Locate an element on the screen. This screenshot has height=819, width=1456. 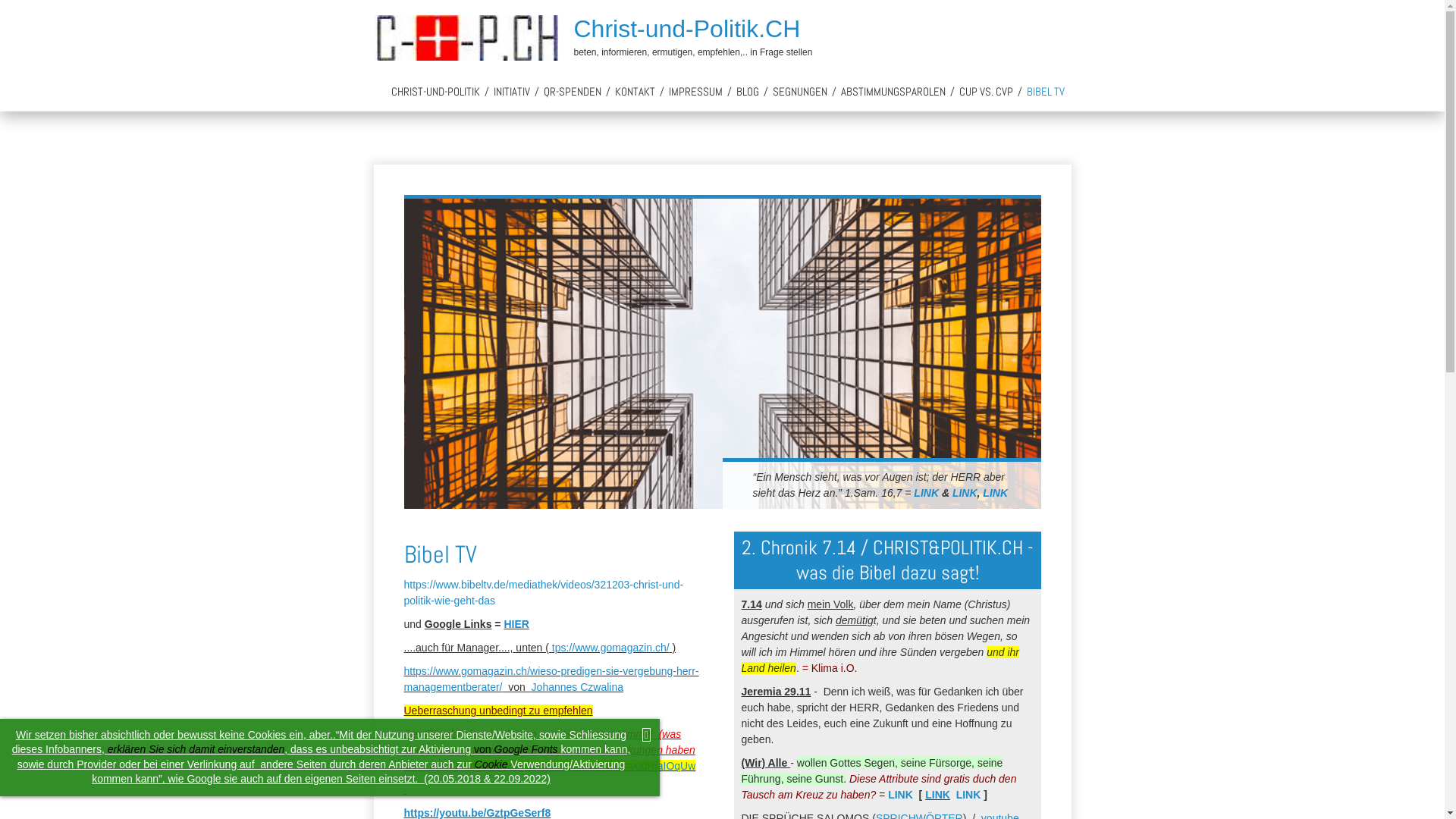
'BIBEL TV' is located at coordinates (1043, 91).